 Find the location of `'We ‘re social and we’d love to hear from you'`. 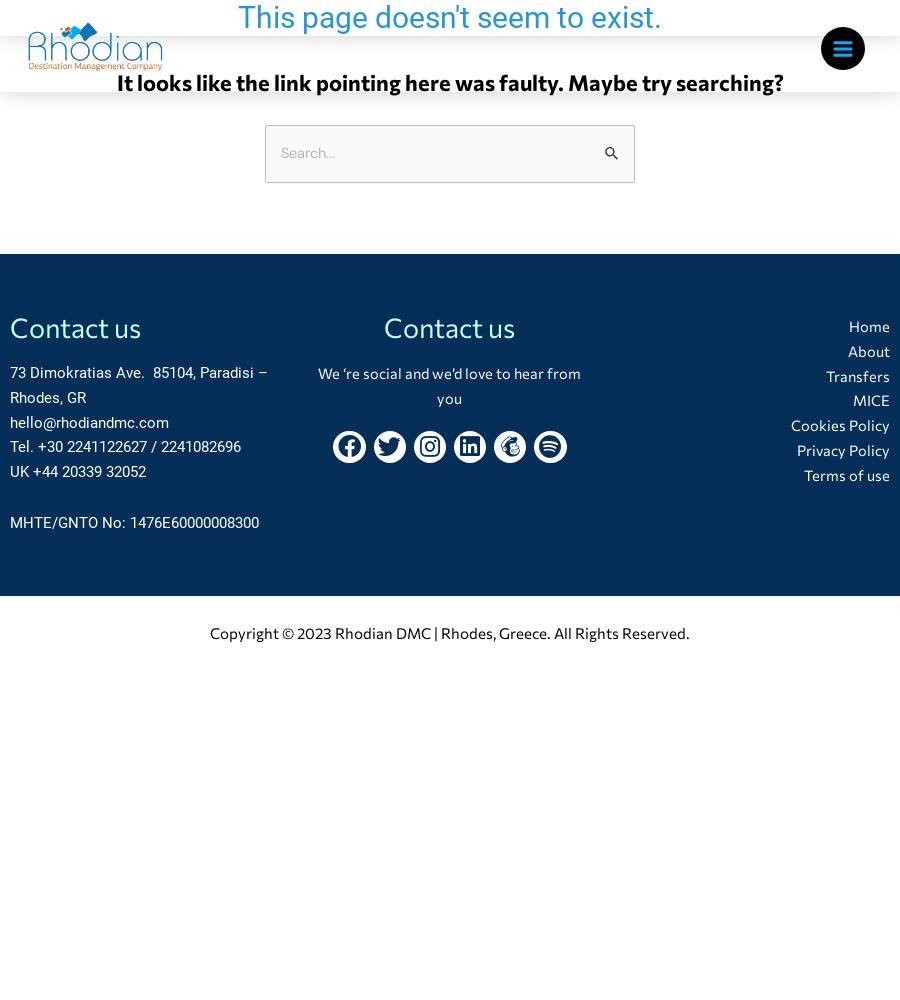

'We ‘re social and we’d love to hear from you' is located at coordinates (449, 384).